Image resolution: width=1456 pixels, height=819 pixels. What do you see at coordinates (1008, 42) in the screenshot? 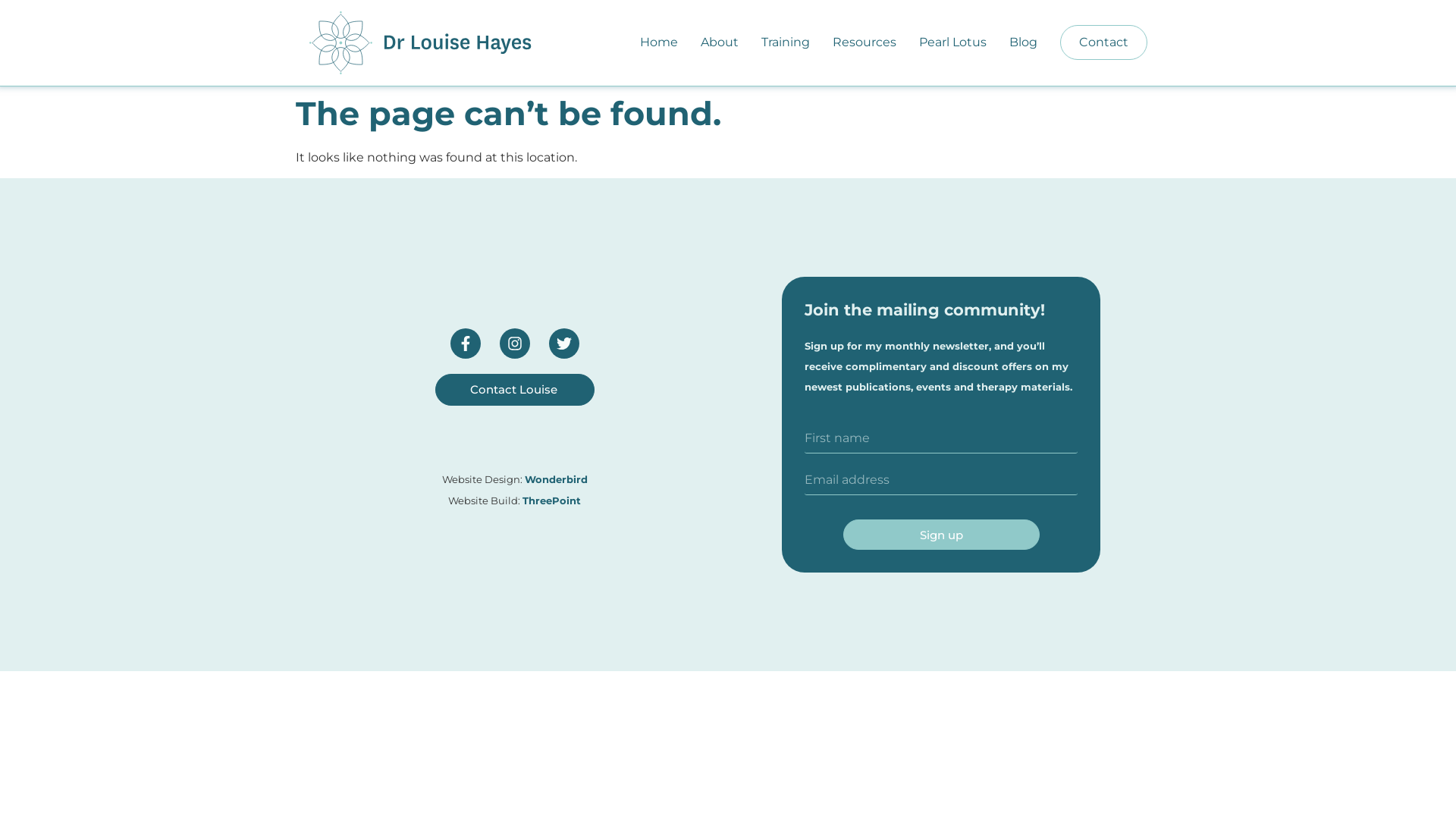
I see `'Blog'` at bounding box center [1008, 42].